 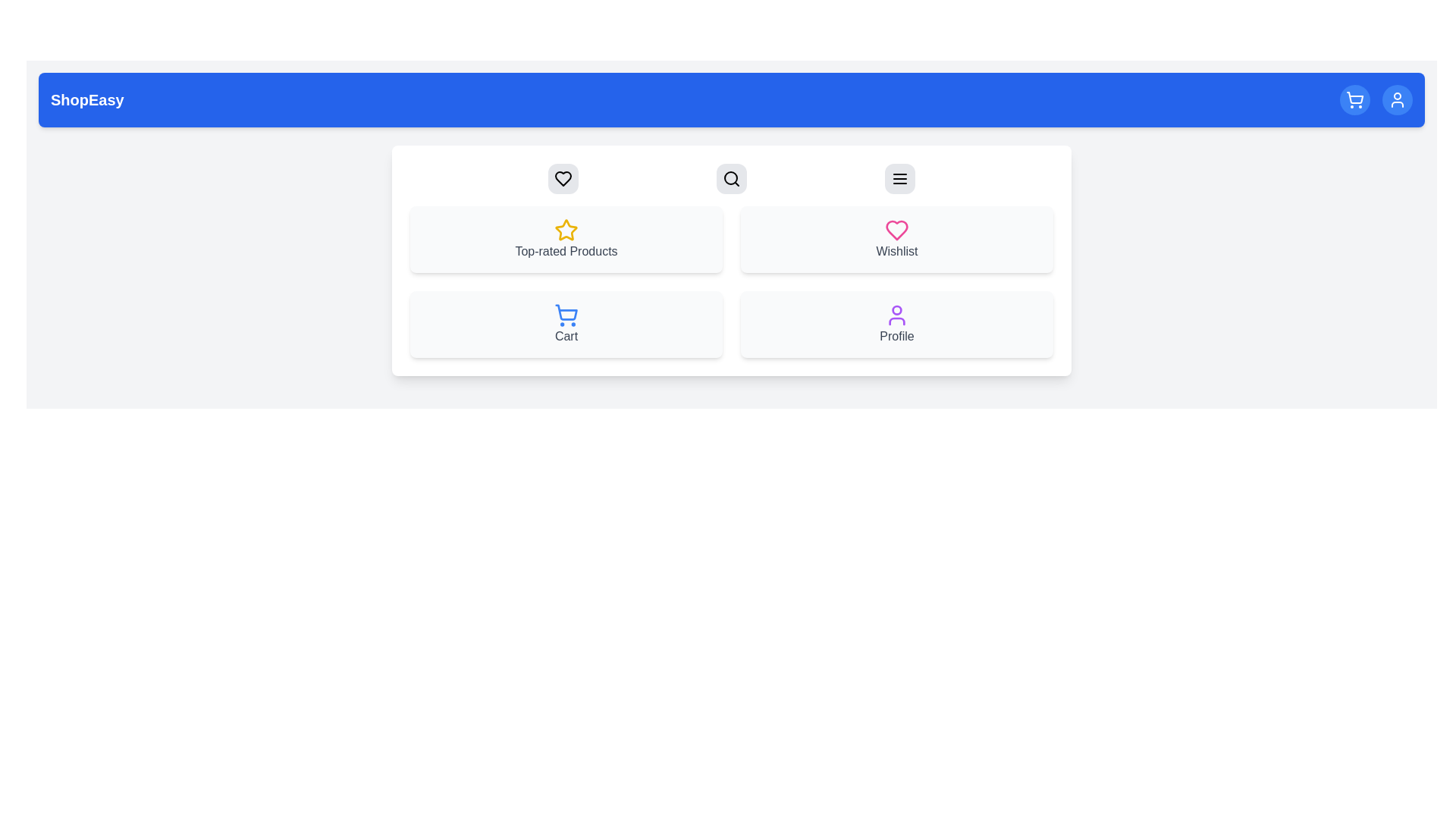 I want to click on the rounded rectangular icon button with a light gray background and a search icon, so click(x=731, y=177).